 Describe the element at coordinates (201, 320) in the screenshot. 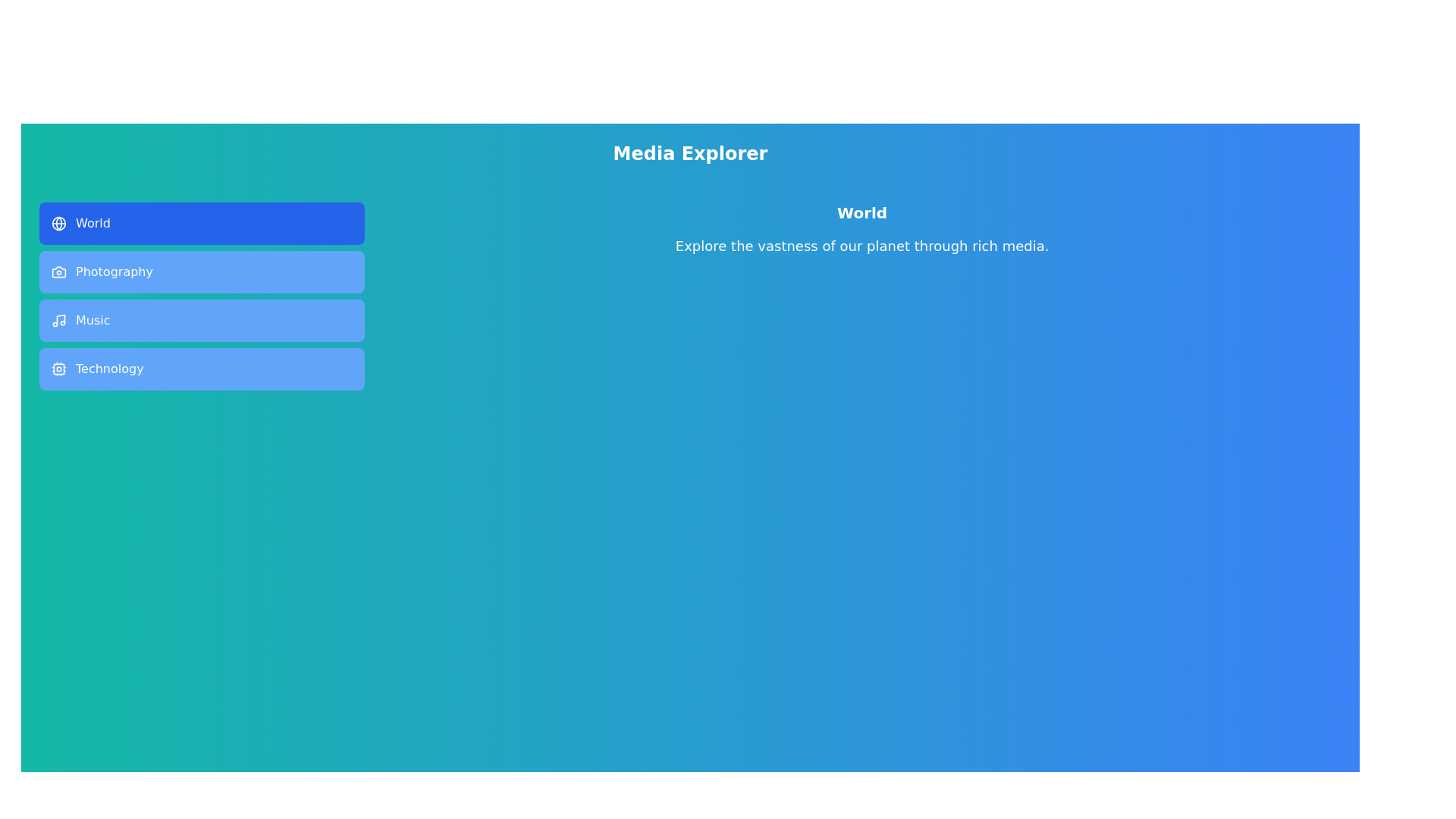

I see `the tab labeled Music to preview its style` at that location.